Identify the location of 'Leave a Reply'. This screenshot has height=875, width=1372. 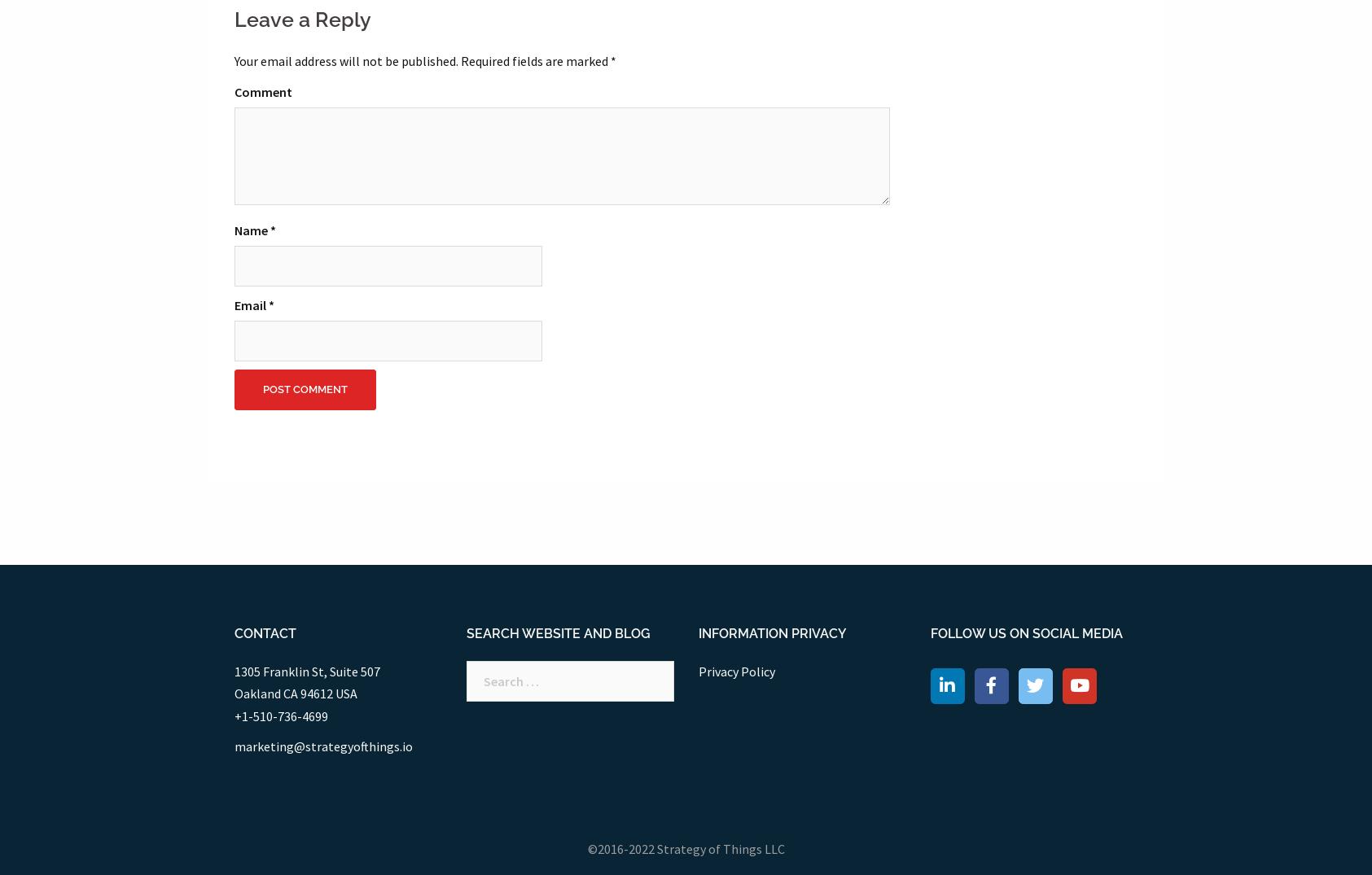
(301, 18).